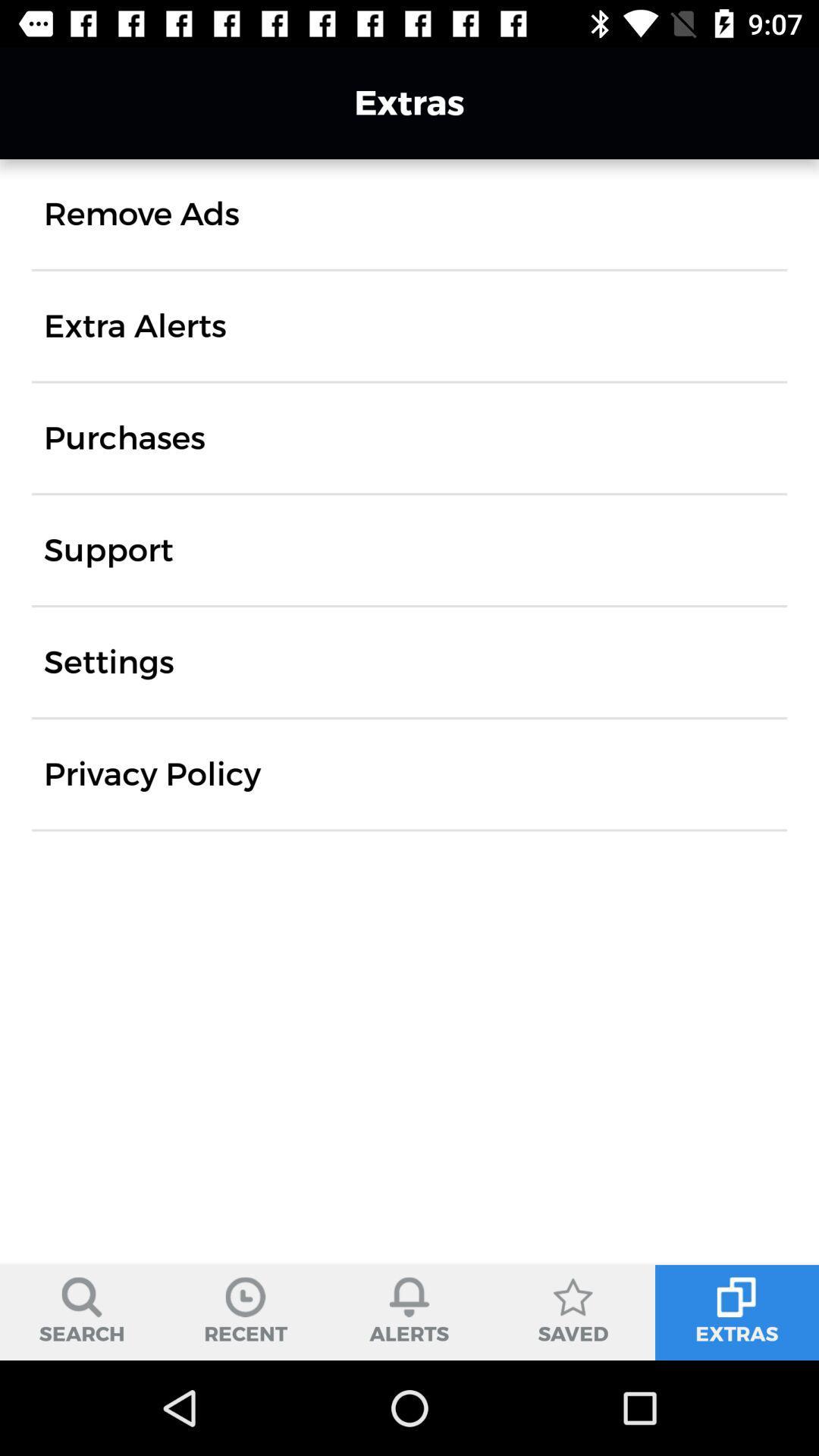 The width and height of the screenshot is (819, 1456). What do you see at coordinates (141, 213) in the screenshot?
I see `the remove ads icon` at bounding box center [141, 213].